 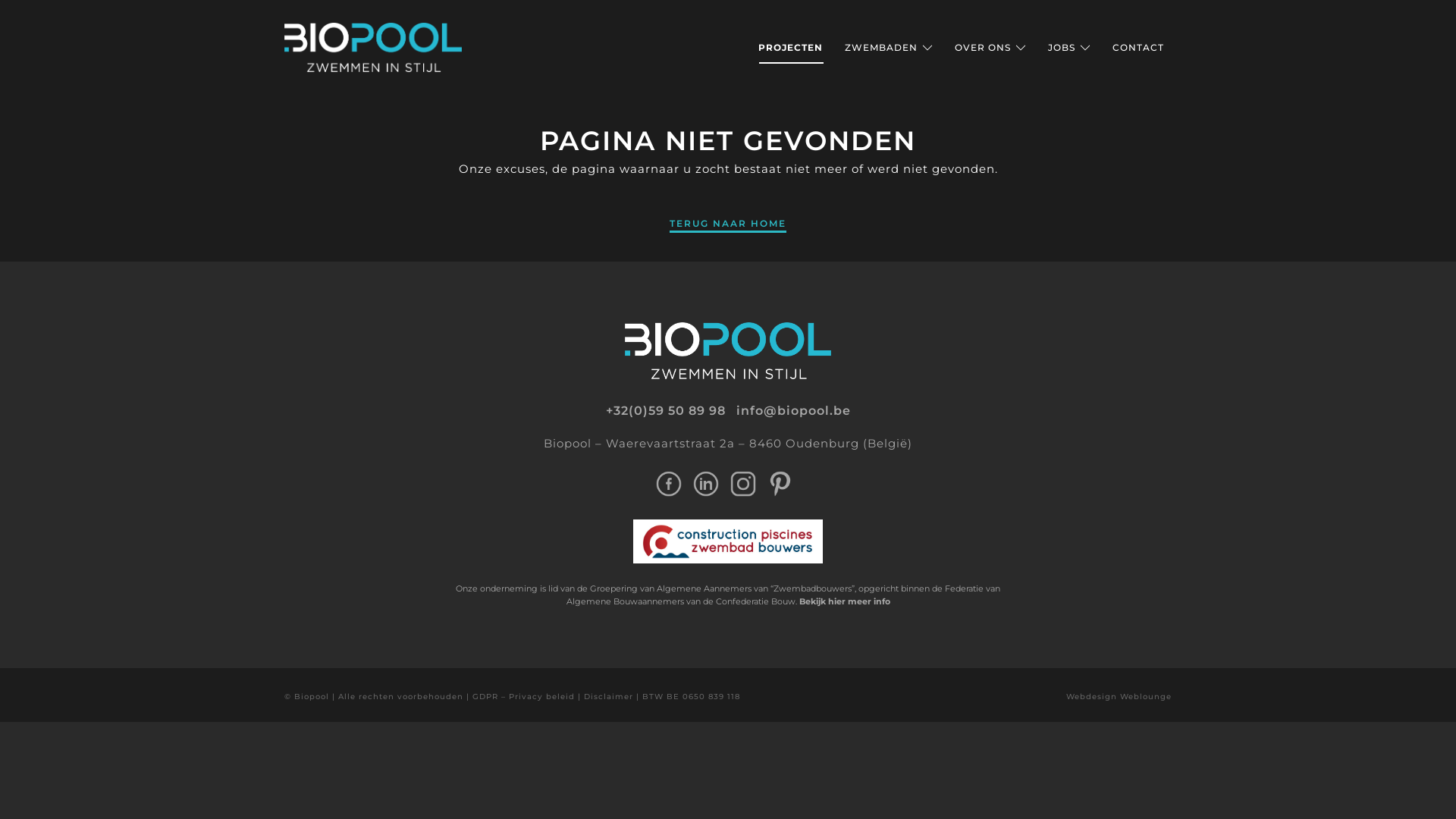 I want to click on 'Volg Biopool op Instagram', so click(x=742, y=482).